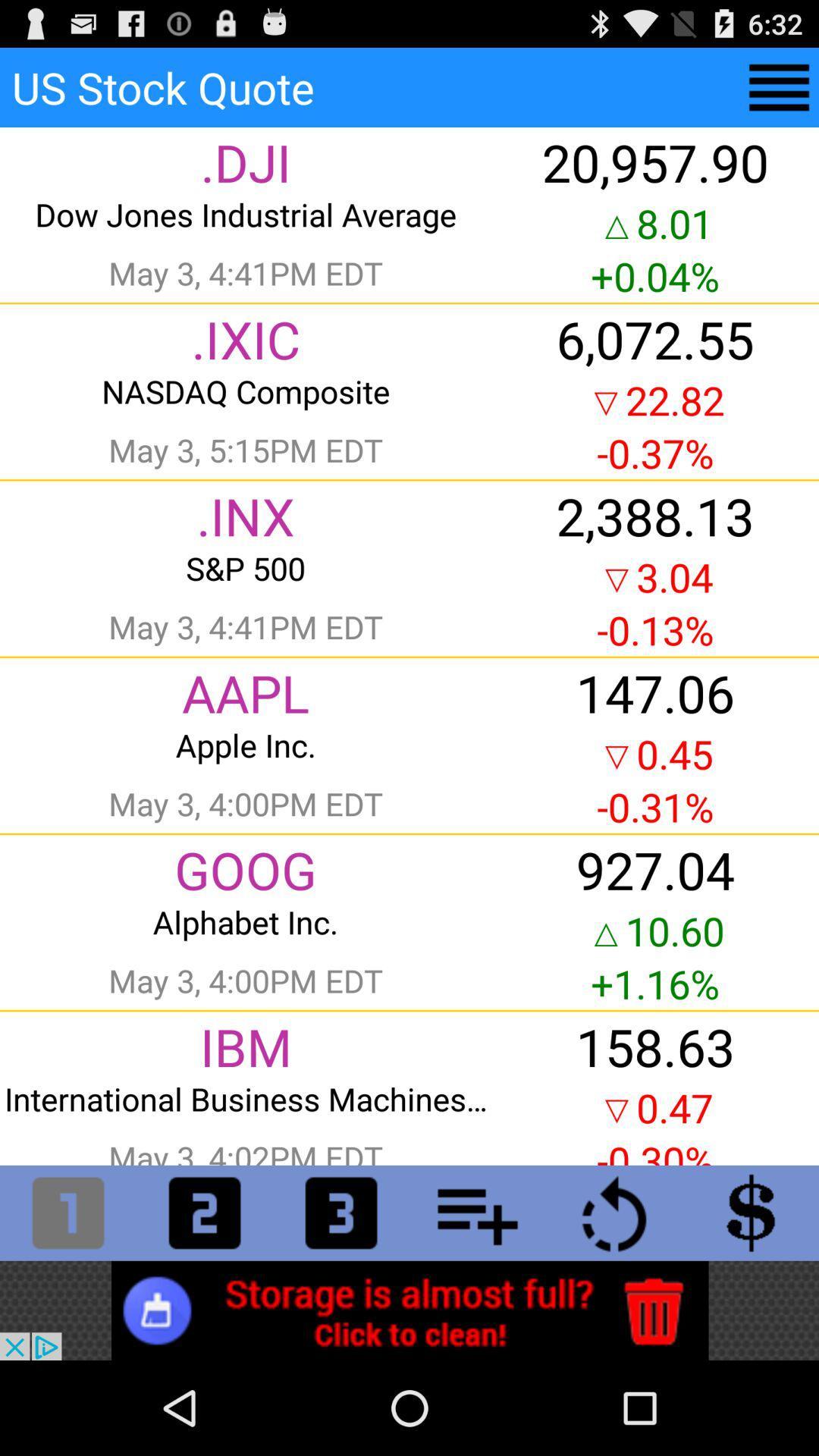 The height and width of the screenshot is (1456, 819). Describe the element at coordinates (476, 1212) in the screenshot. I see `open more options` at that location.